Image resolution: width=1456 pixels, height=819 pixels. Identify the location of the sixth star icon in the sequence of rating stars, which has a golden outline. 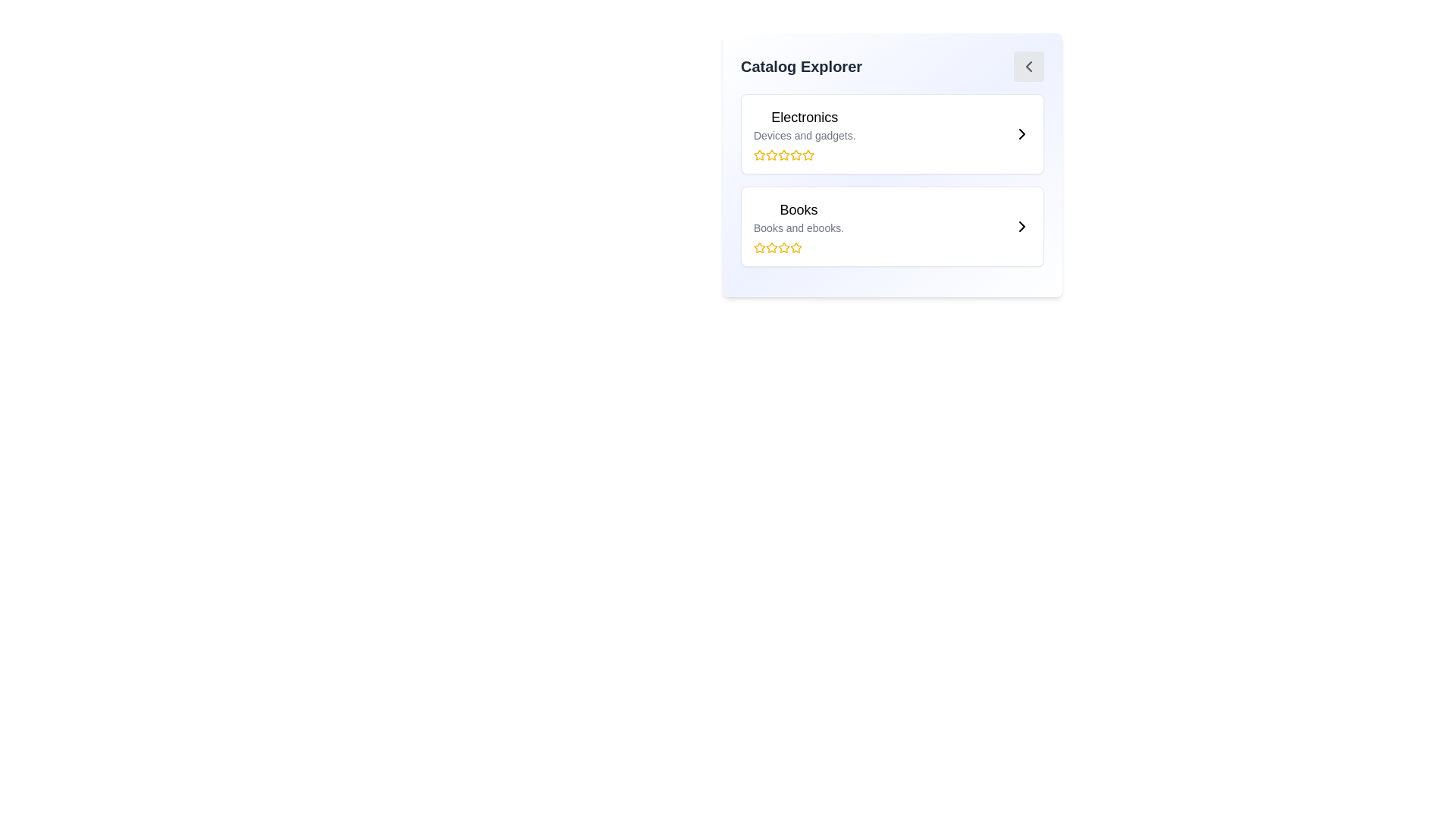
(795, 247).